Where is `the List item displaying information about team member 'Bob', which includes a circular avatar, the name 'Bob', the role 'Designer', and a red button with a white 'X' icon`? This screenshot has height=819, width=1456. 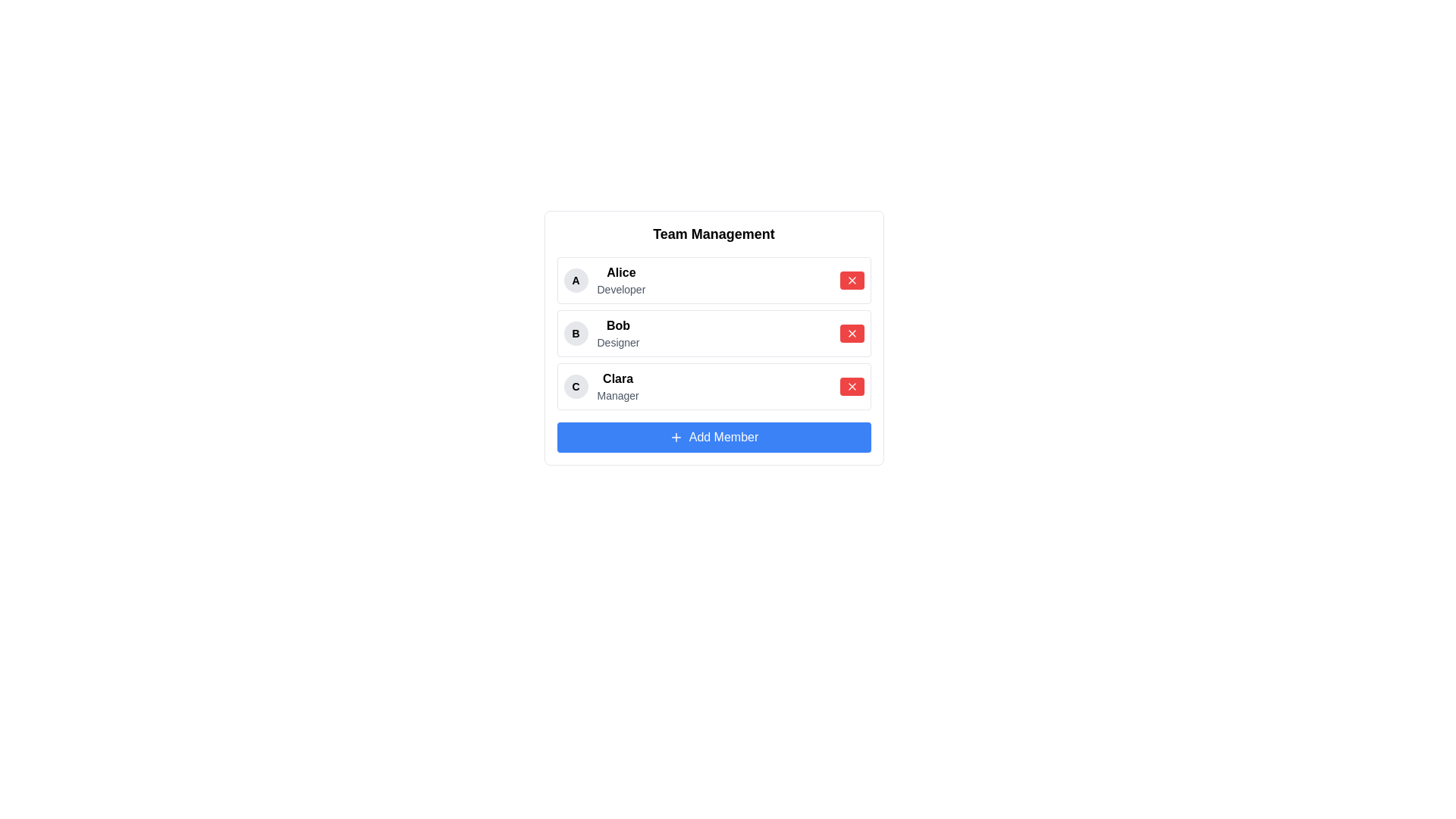 the List item displaying information about team member 'Bob', which includes a circular avatar, the name 'Bob', the role 'Designer', and a red button with a white 'X' icon is located at coordinates (713, 332).